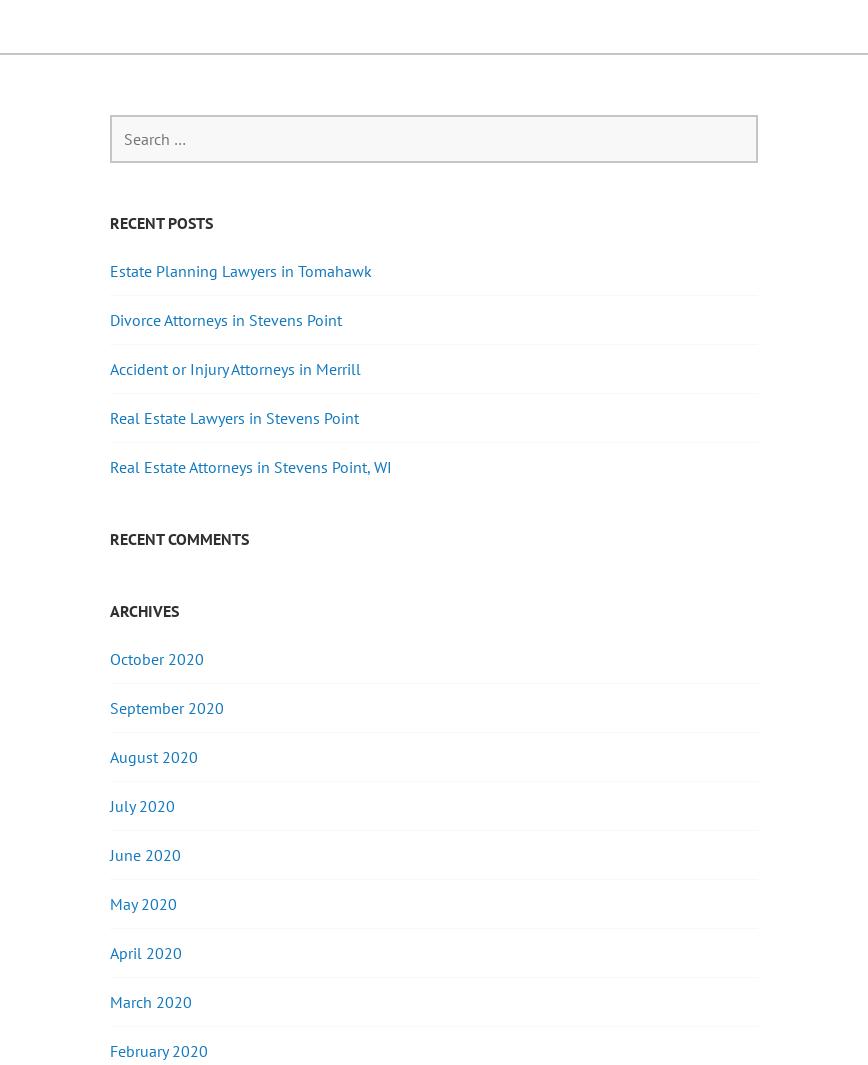 The width and height of the screenshot is (868, 1065). I want to click on 'Divorce Attorneys in Stevens Point', so click(225, 317).